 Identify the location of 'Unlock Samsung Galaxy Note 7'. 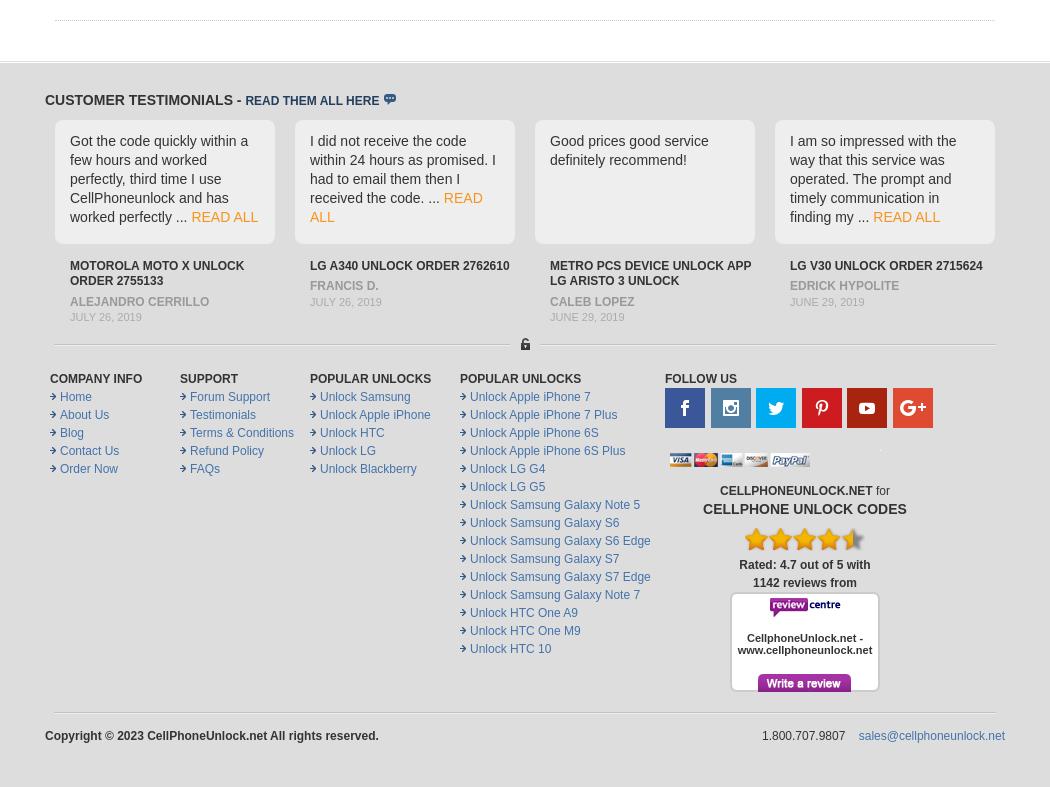
(469, 593).